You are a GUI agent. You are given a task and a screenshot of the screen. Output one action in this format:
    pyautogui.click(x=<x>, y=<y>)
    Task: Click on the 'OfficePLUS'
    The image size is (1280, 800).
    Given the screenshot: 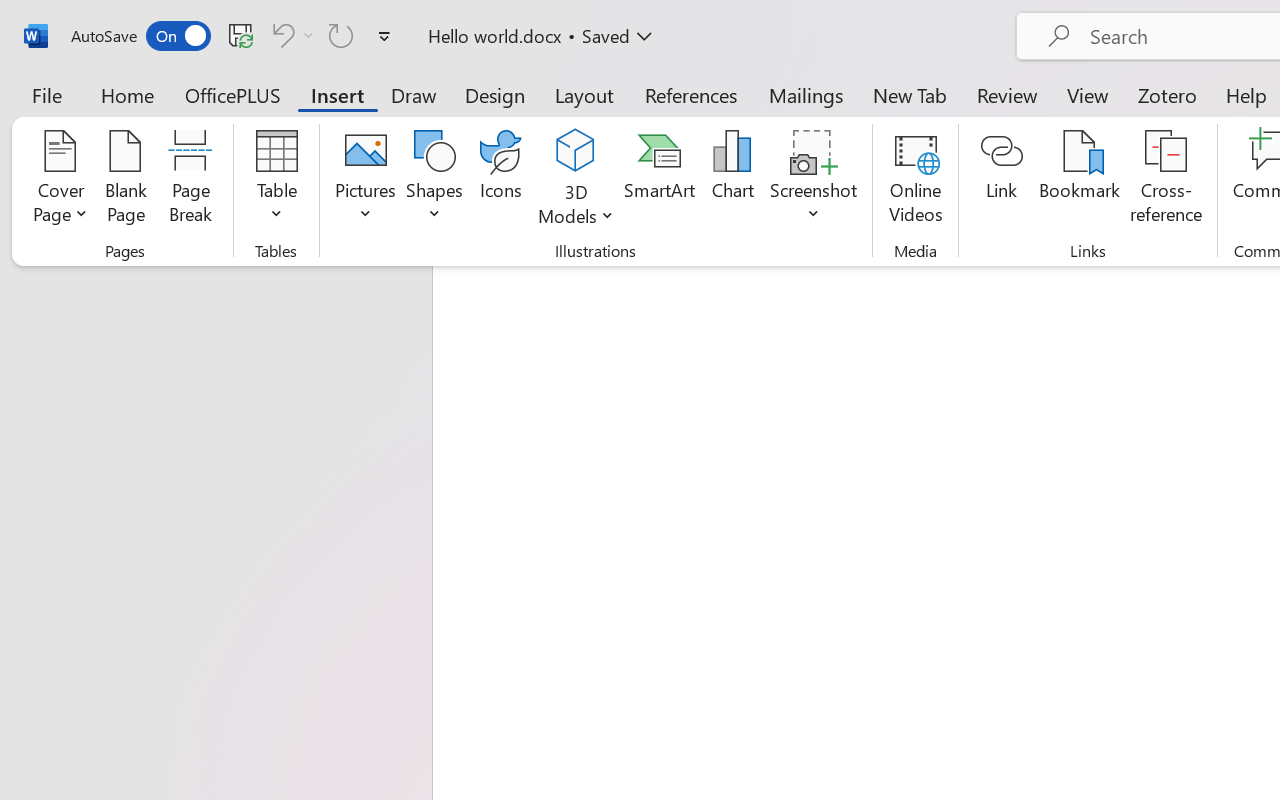 What is the action you would take?
    pyautogui.click(x=233, y=94)
    